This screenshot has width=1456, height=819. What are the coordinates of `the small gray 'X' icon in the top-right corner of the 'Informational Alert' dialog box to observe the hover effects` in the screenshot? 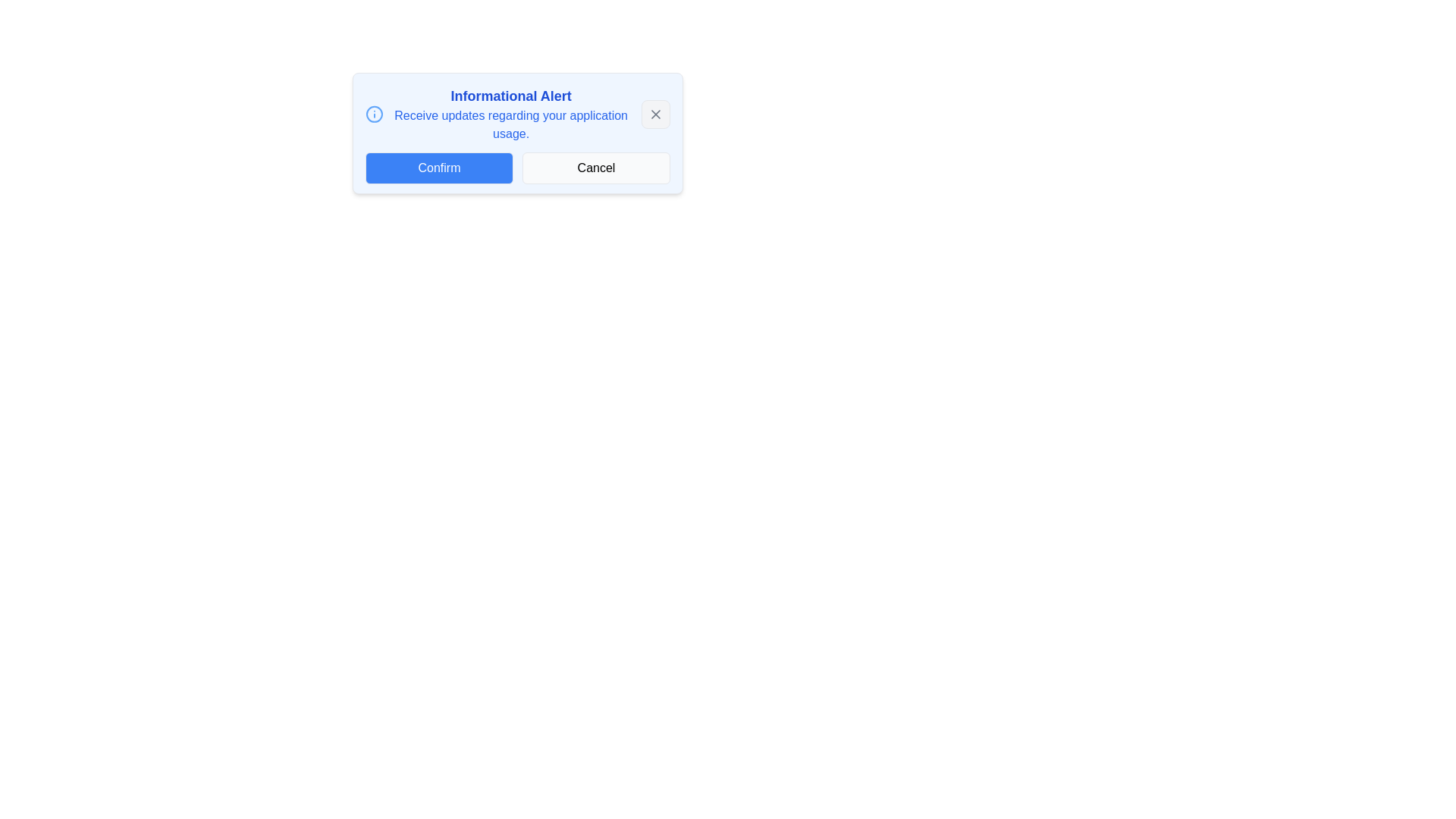 It's located at (655, 113).